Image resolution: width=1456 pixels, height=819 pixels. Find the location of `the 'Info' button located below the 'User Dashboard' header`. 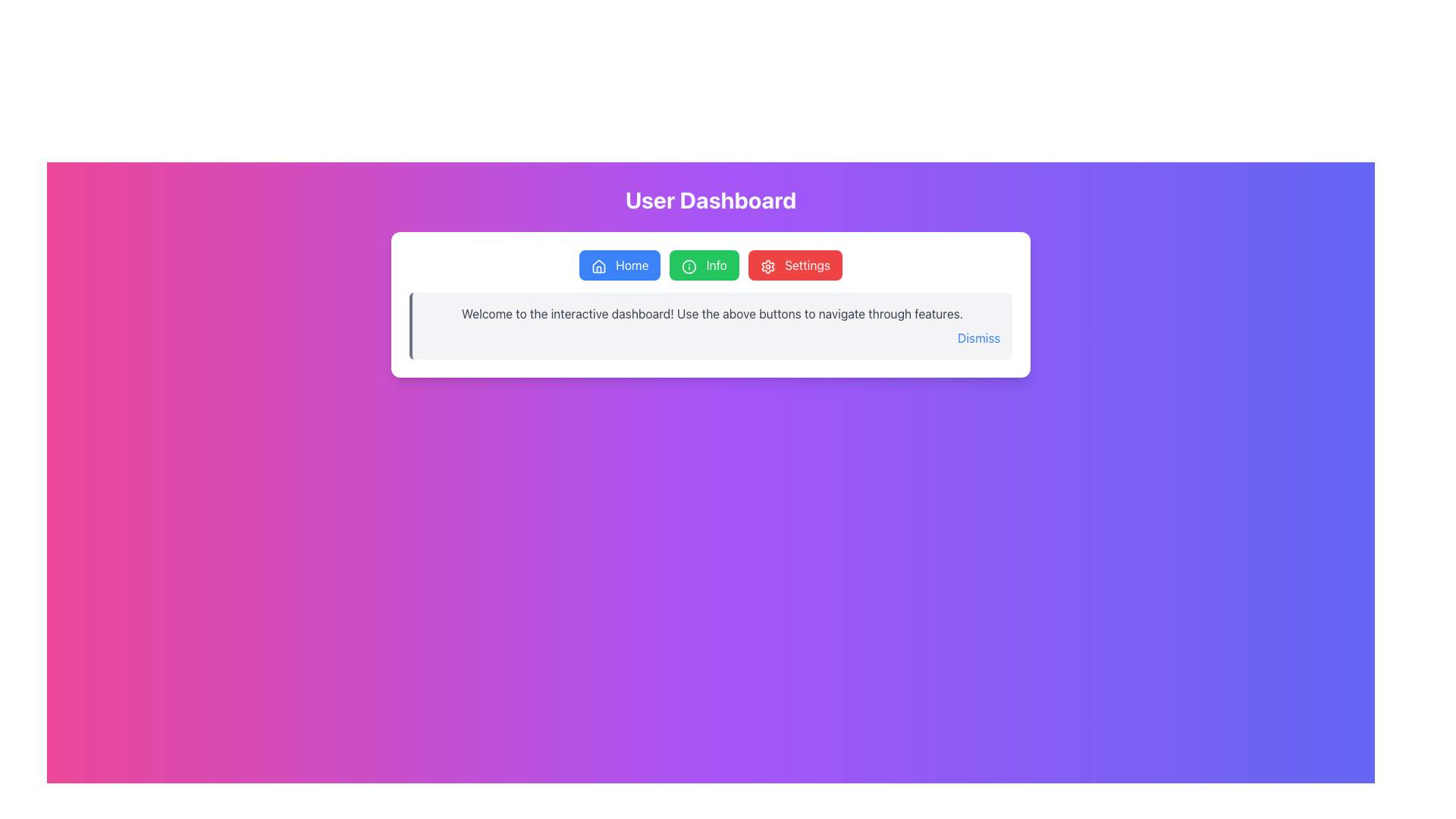

the 'Info' button located below the 'User Dashboard' header is located at coordinates (710, 265).